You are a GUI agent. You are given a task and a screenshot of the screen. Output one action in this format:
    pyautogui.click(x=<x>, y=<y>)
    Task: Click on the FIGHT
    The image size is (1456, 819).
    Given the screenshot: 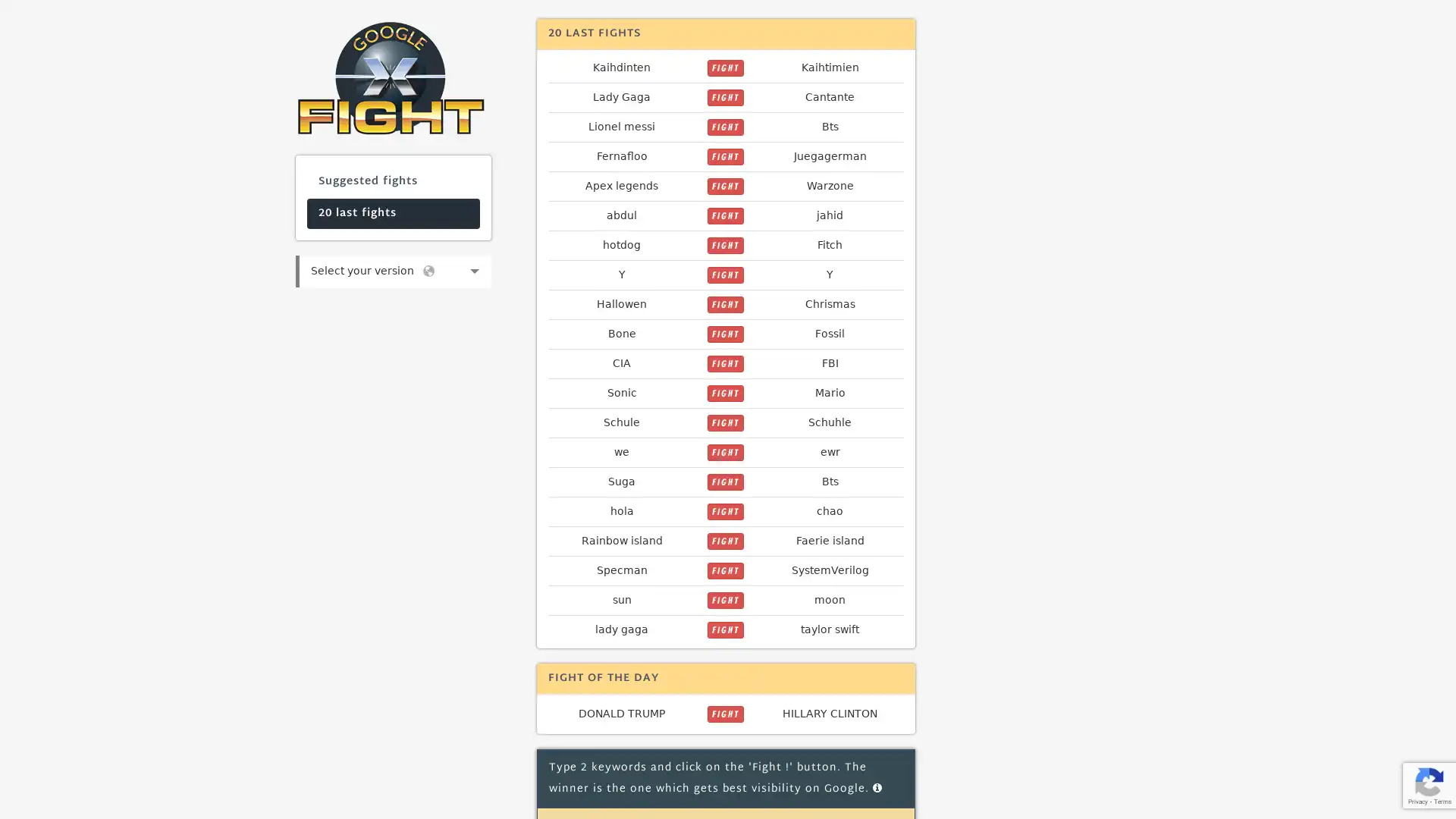 What is the action you would take?
    pyautogui.click(x=724, y=393)
    